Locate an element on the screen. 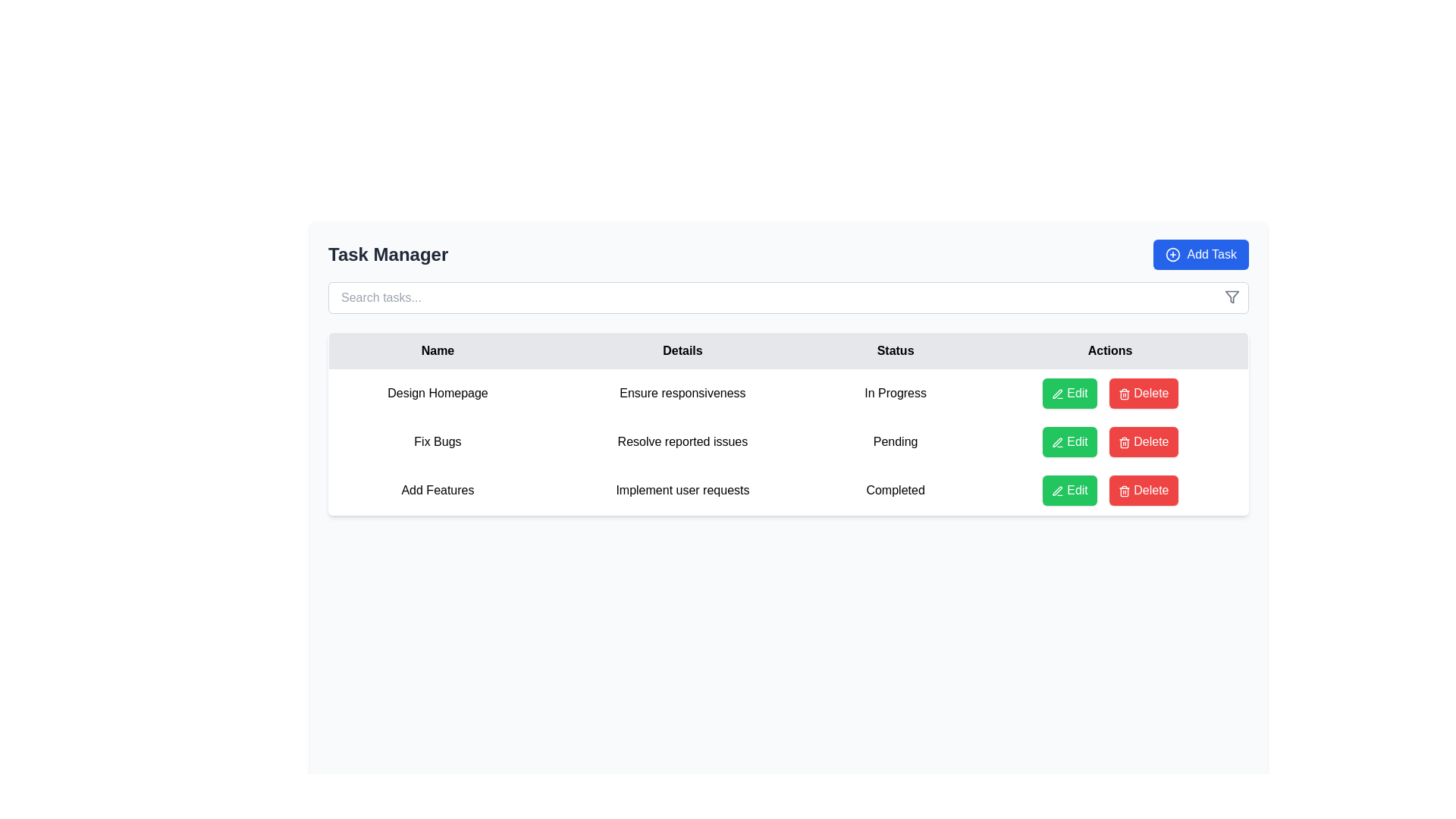  the edit button located in the 'Actions' column of the second row in the table, which is directly to the left of the red 'Delete' button is located at coordinates (1068, 441).